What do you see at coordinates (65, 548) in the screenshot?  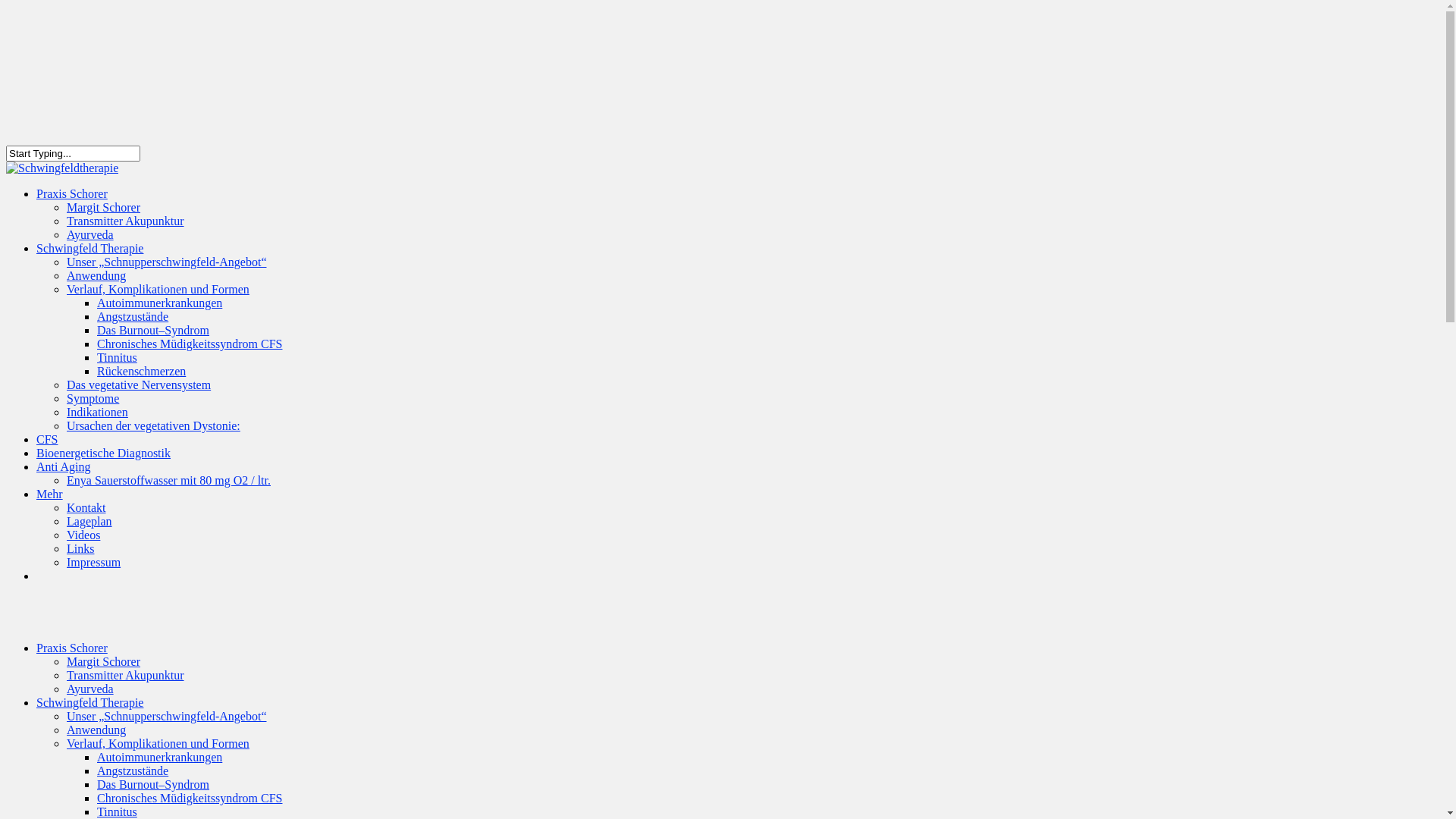 I see `'Links'` at bounding box center [65, 548].